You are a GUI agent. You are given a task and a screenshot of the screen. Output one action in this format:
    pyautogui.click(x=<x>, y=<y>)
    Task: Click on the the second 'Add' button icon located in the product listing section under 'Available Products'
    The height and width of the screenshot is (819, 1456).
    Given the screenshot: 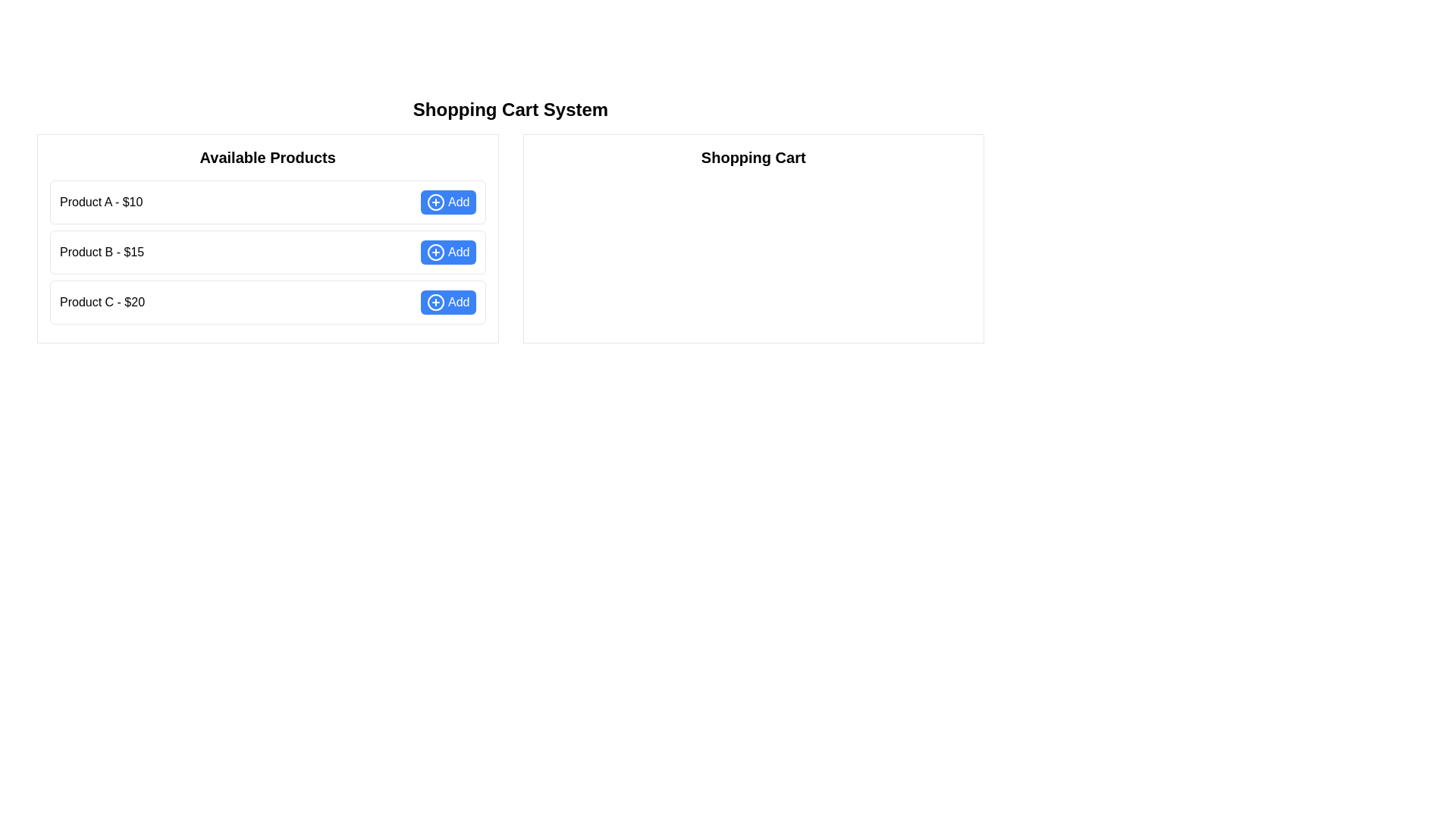 What is the action you would take?
    pyautogui.click(x=435, y=251)
    